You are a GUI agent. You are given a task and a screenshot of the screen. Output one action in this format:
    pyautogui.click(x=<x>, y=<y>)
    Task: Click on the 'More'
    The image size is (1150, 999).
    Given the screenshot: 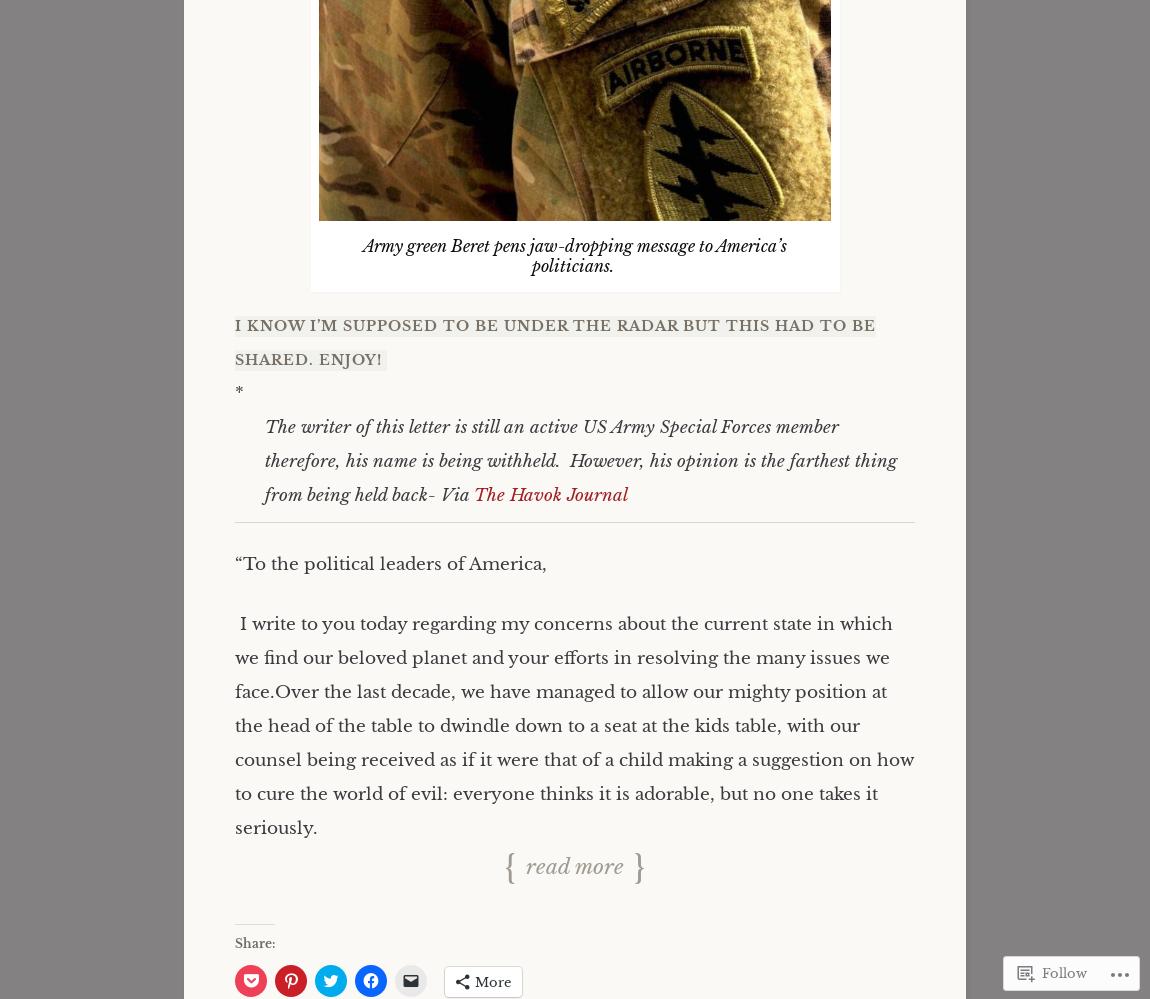 What is the action you would take?
    pyautogui.click(x=493, y=981)
    